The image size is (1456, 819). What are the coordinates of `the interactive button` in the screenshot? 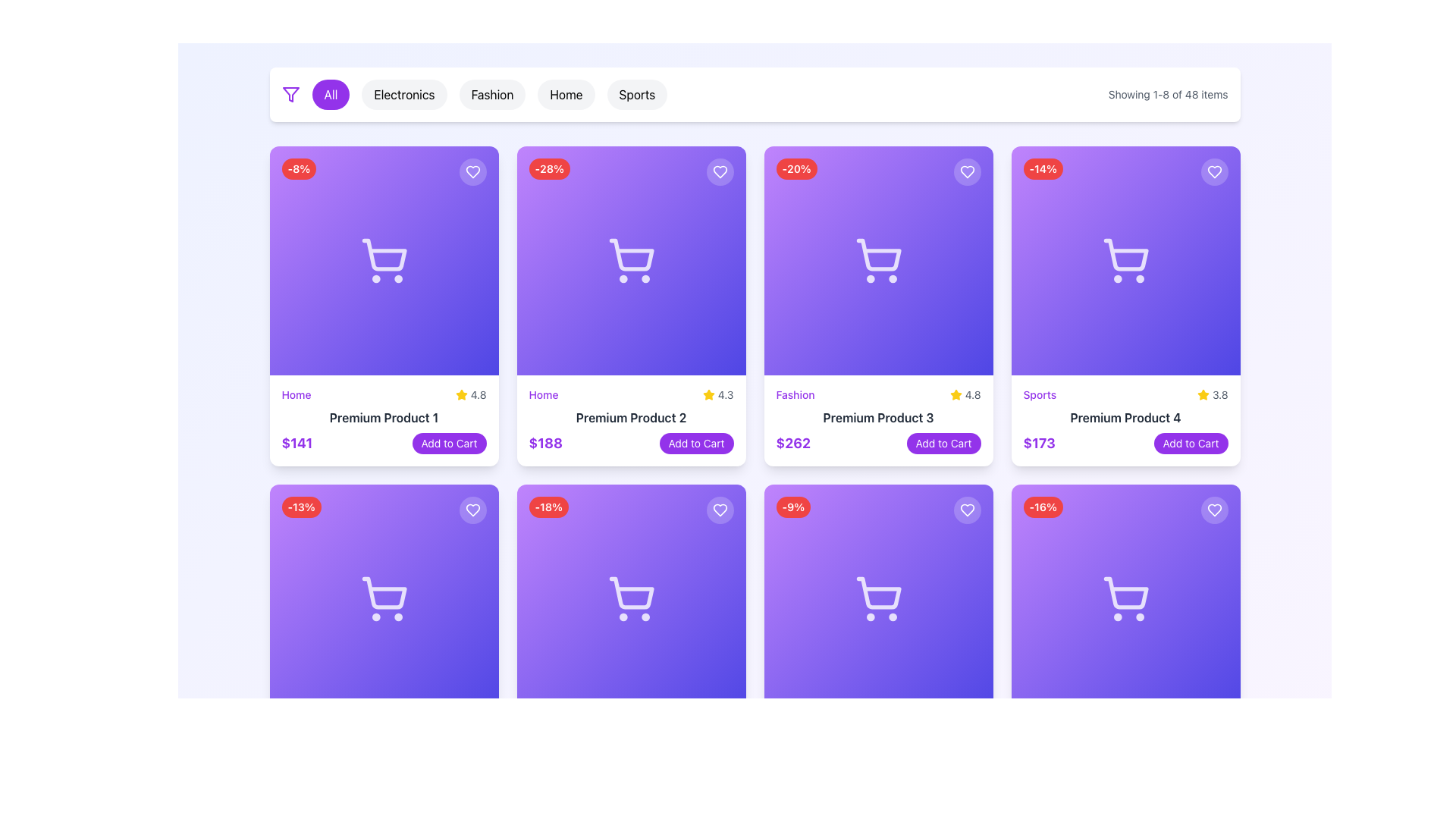 It's located at (943, 444).